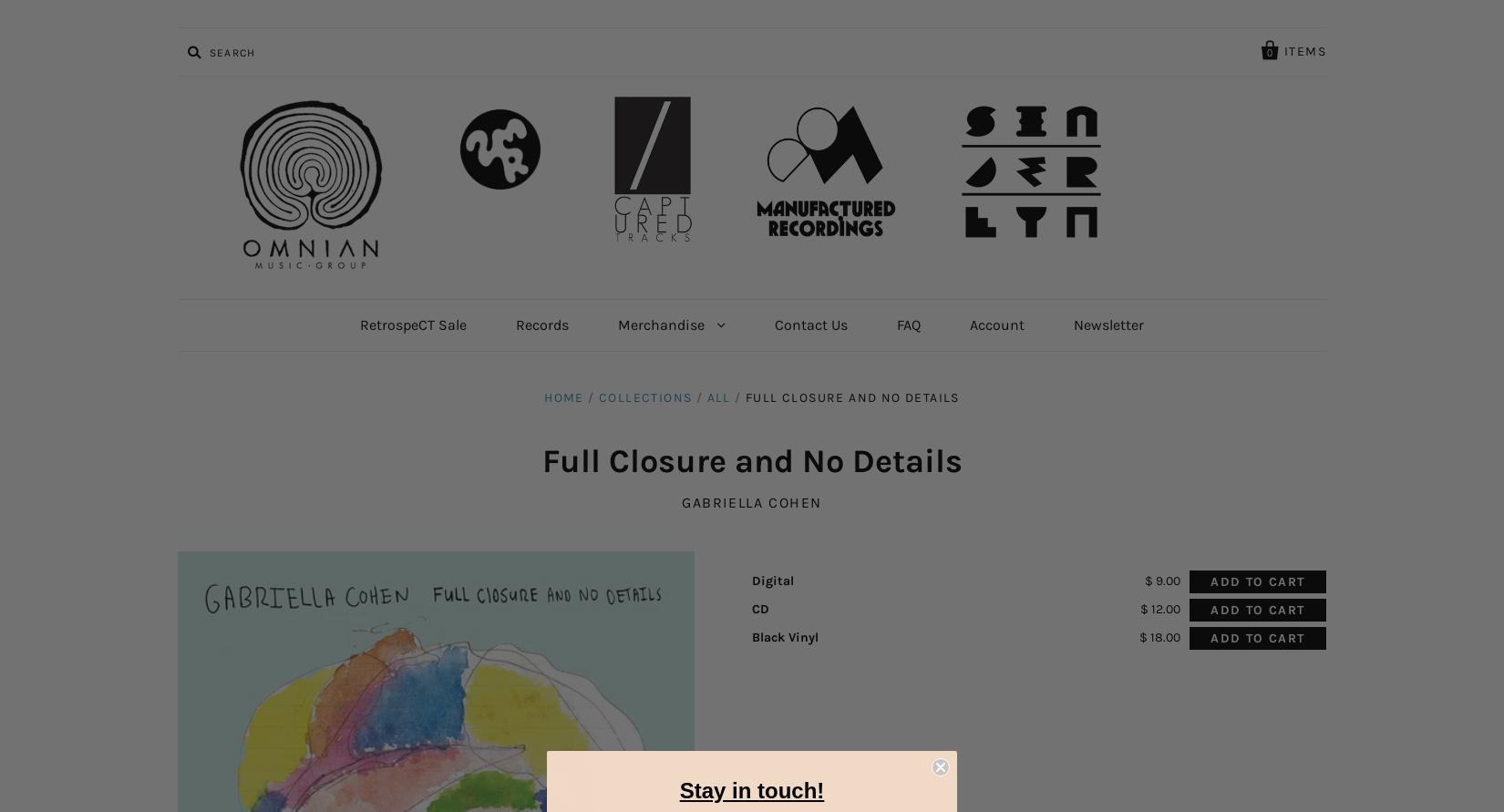 The width and height of the screenshot is (1504, 812). I want to click on 'Gabriella Cohen', so click(680, 501).